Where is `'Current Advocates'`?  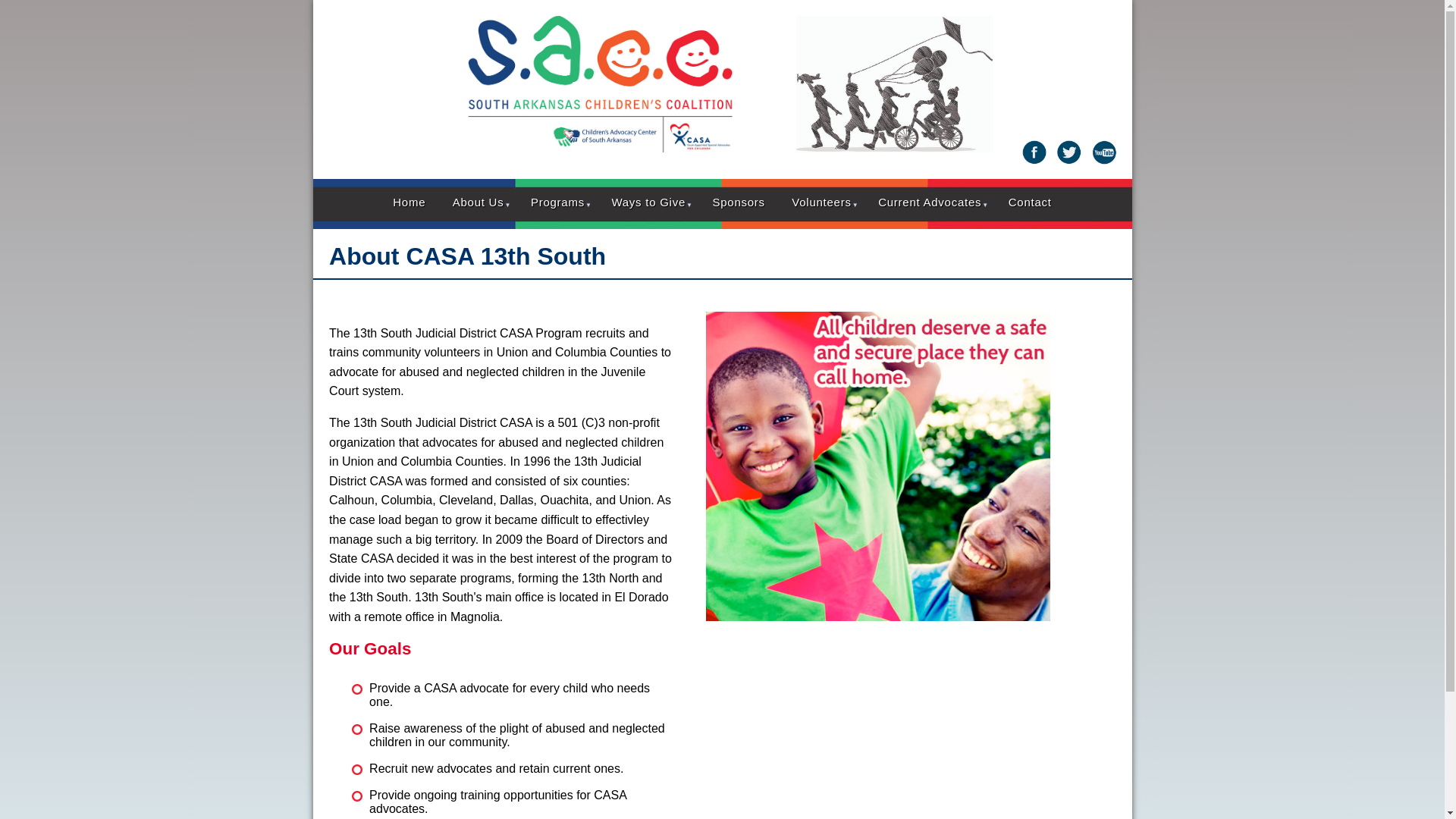
'Current Advocates' is located at coordinates (928, 201).